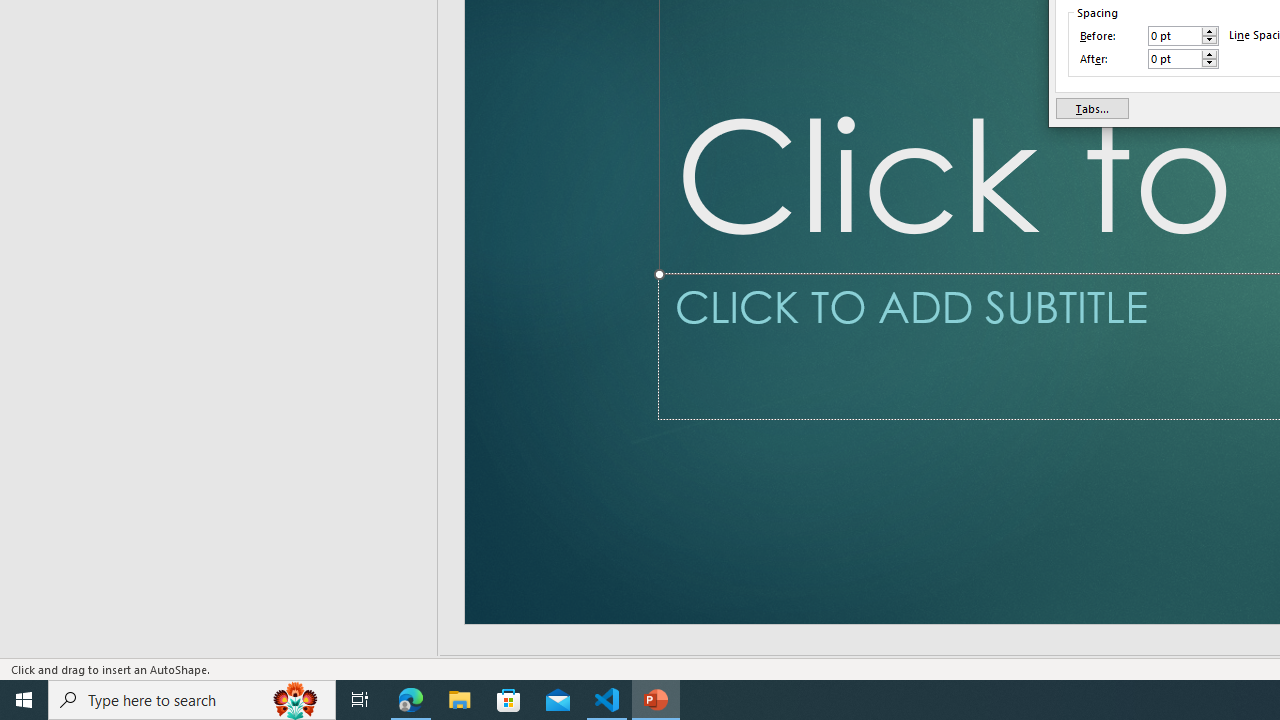  What do you see at coordinates (1208, 53) in the screenshot?
I see `'More'` at bounding box center [1208, 53].